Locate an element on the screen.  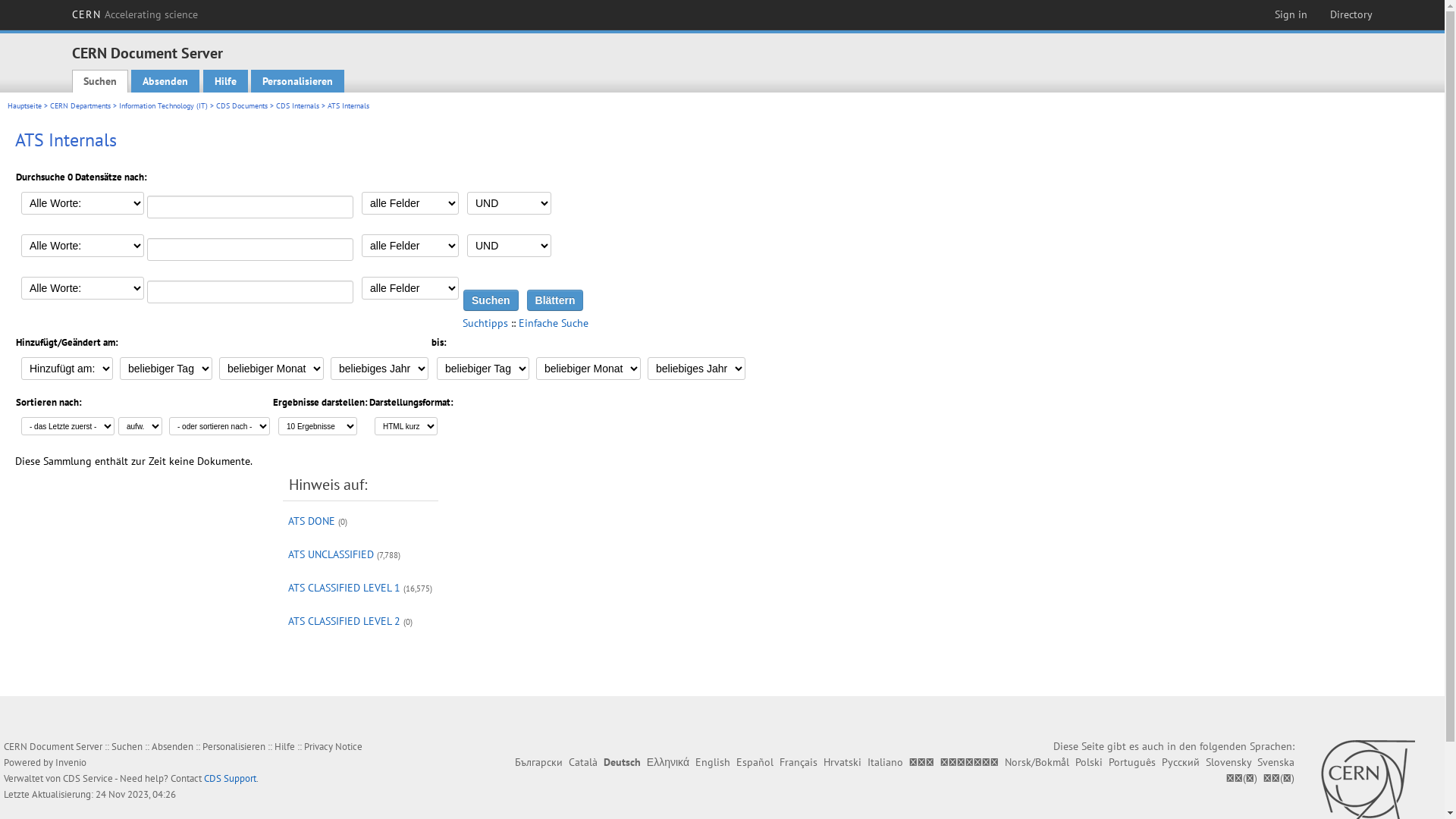
'ATS UNCLASSIFIED' is located at coordinates (330, 554).